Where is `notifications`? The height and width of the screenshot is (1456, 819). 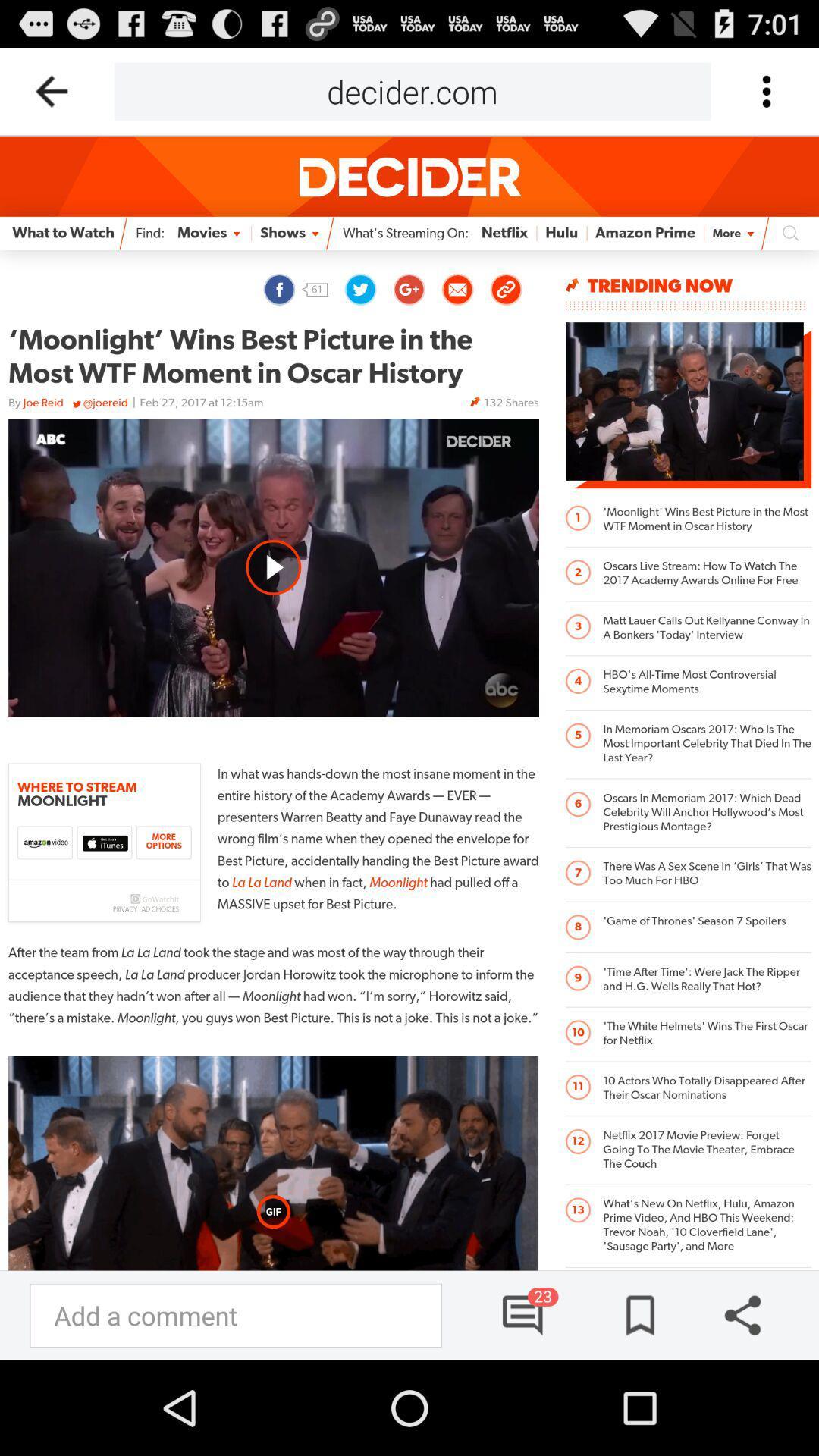 notifications is located at coordinates (523, 1314).